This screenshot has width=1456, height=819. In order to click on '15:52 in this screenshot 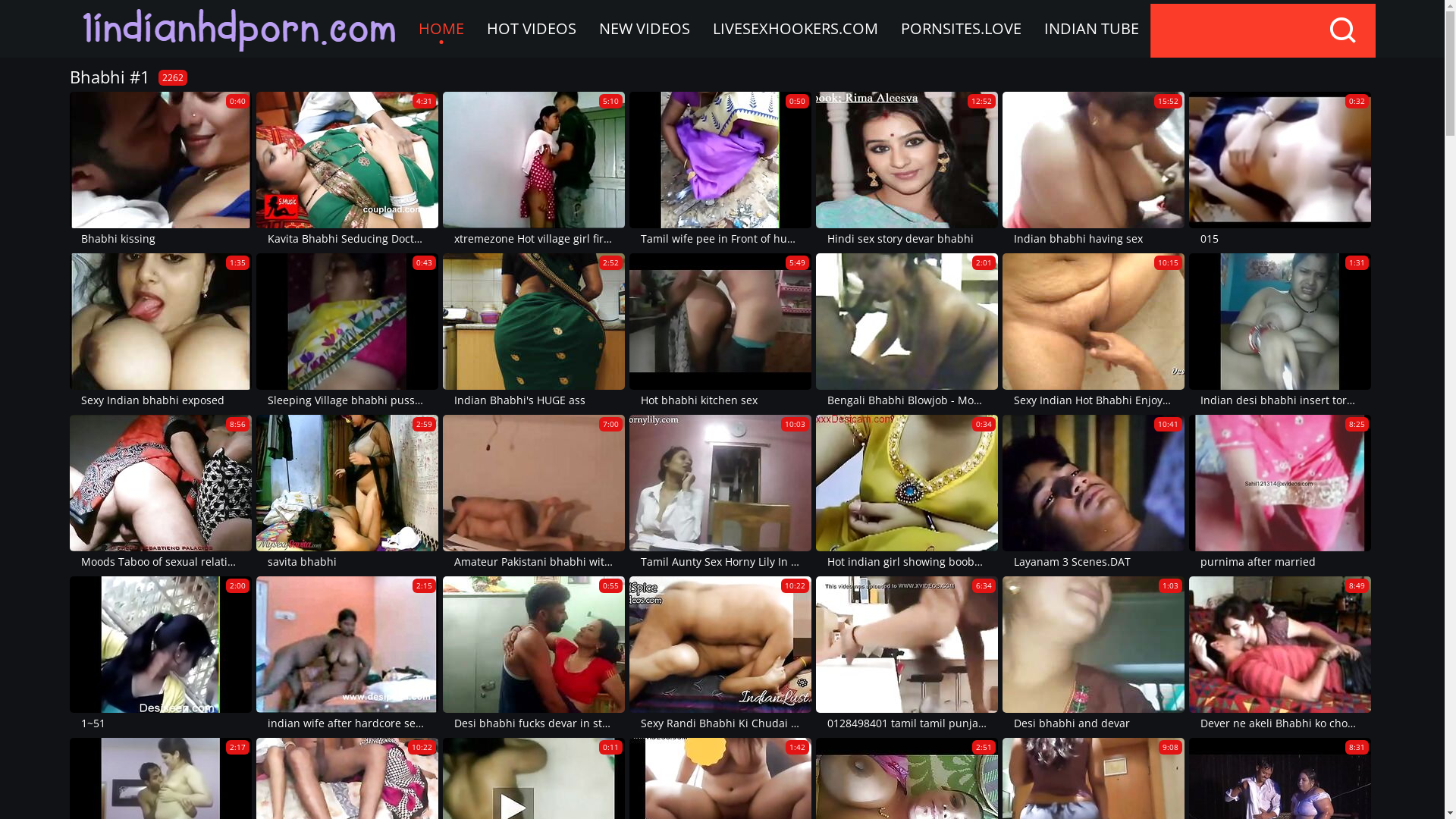, I will do `click(1093, 170)`.